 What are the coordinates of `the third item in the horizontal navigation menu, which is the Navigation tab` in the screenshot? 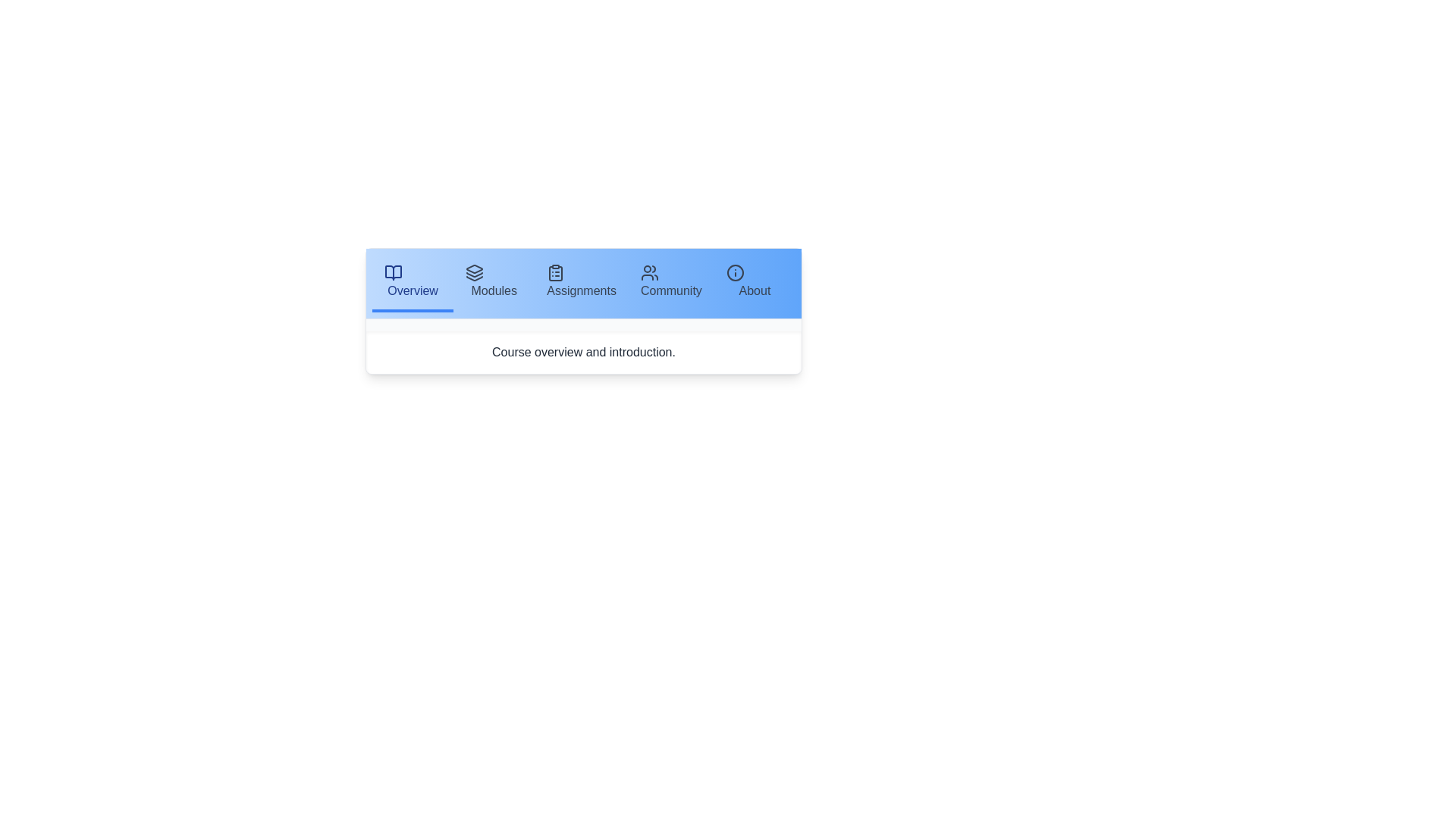 It's located at (581, 284).